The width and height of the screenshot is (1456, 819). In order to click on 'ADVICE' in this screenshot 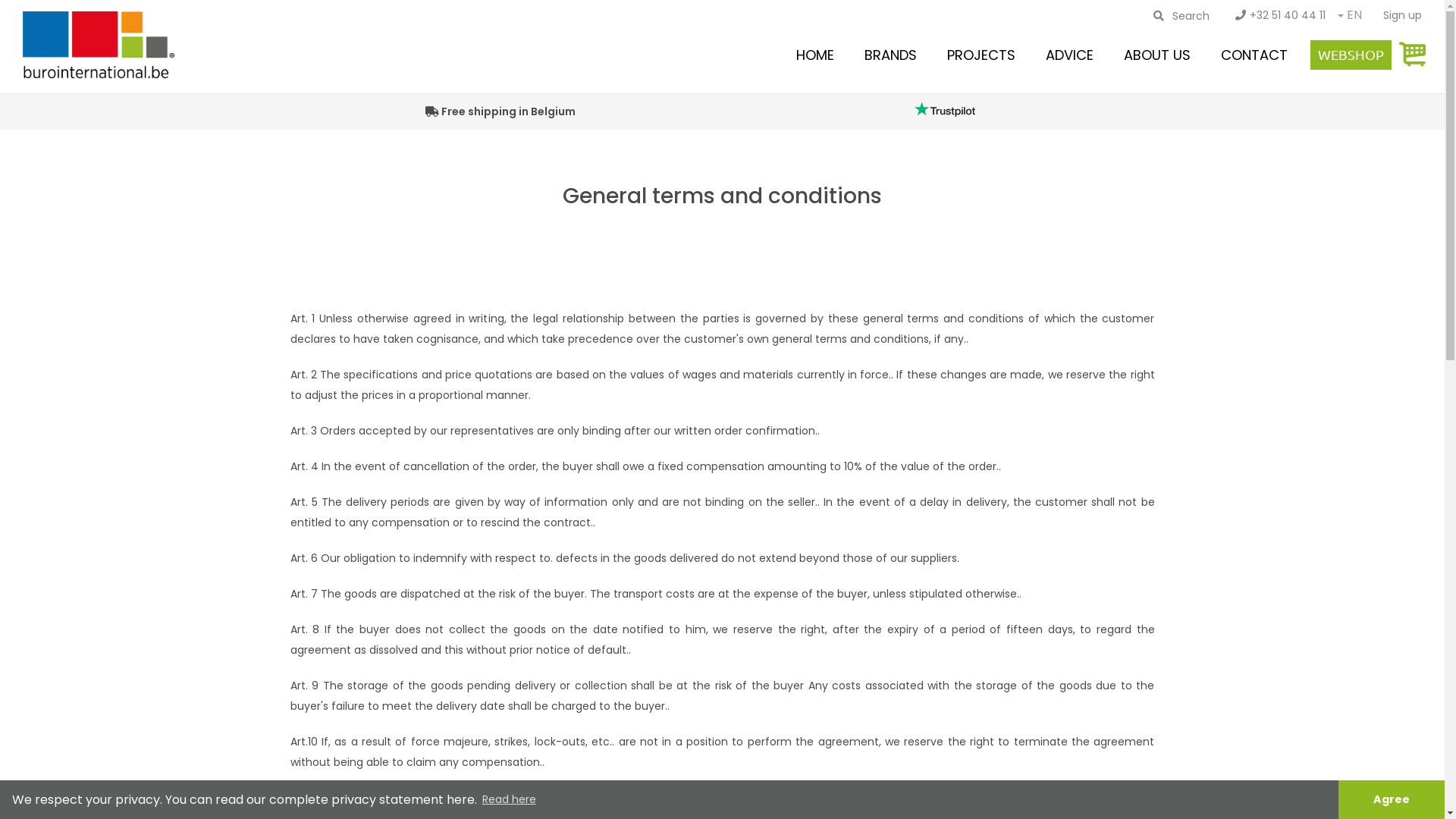, I will do `click(1068, 54)`.